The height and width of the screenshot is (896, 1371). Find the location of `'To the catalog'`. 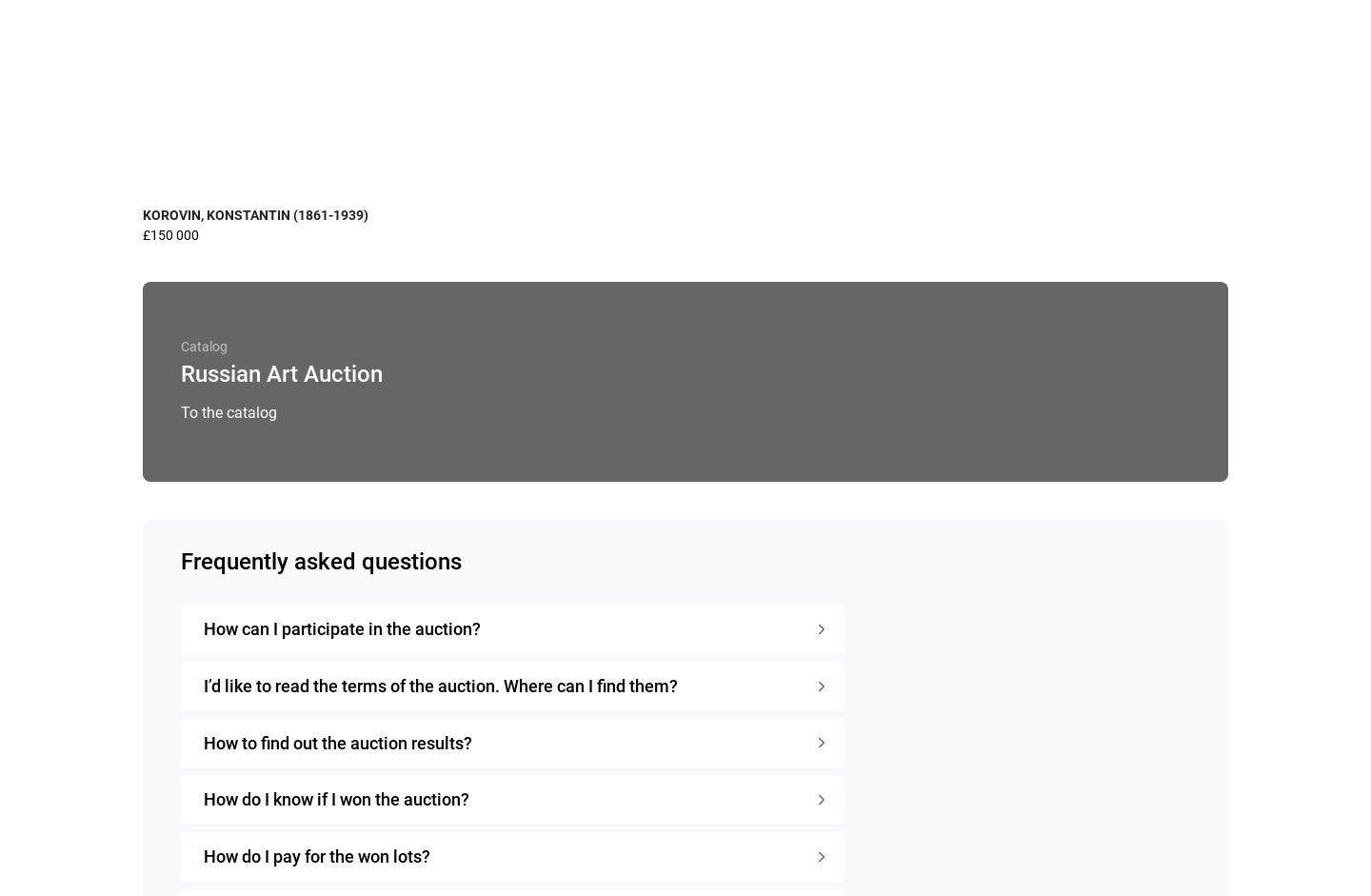

'To the catalog' is located at coordinates (228, 412).